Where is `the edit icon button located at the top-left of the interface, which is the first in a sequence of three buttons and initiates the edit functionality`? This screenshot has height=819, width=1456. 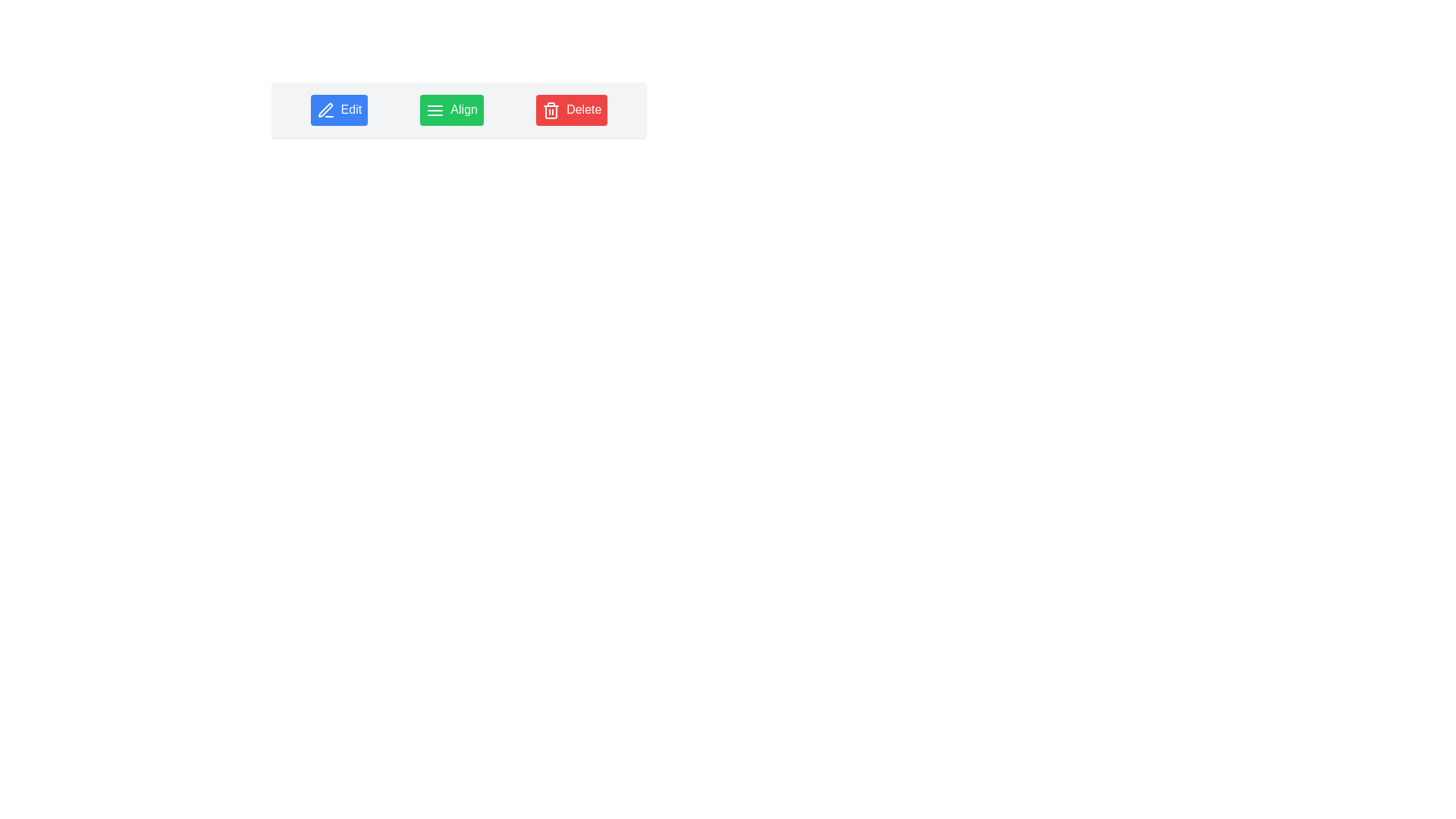 the edit icon button located at the top-left of the interface, which is the first in a sequence of three buttons and initiates the edit functionality is located at coordinates (325, 109).